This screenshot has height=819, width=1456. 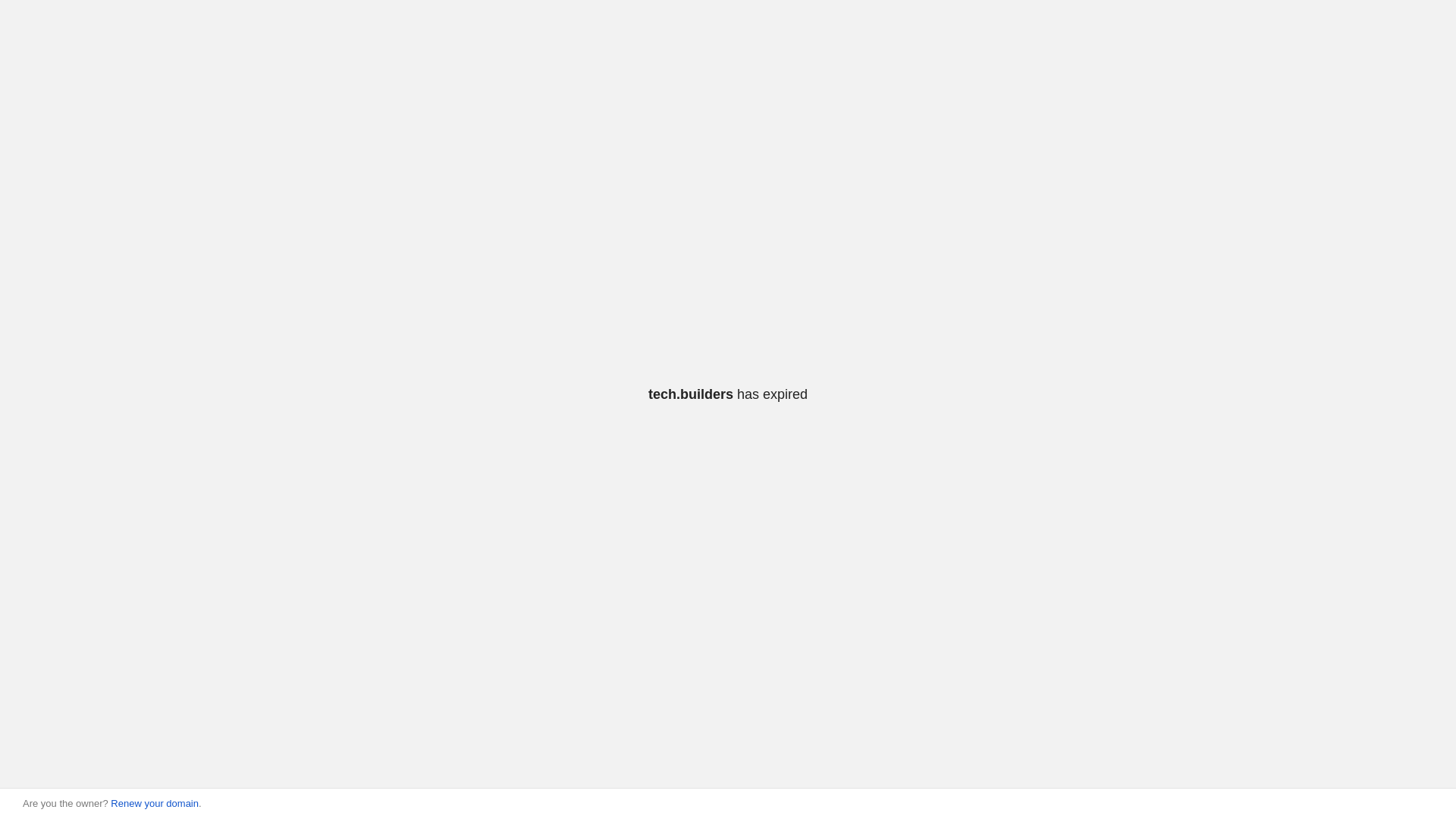 I want to click on 'Renew your domain', so click(x=154, y=802).